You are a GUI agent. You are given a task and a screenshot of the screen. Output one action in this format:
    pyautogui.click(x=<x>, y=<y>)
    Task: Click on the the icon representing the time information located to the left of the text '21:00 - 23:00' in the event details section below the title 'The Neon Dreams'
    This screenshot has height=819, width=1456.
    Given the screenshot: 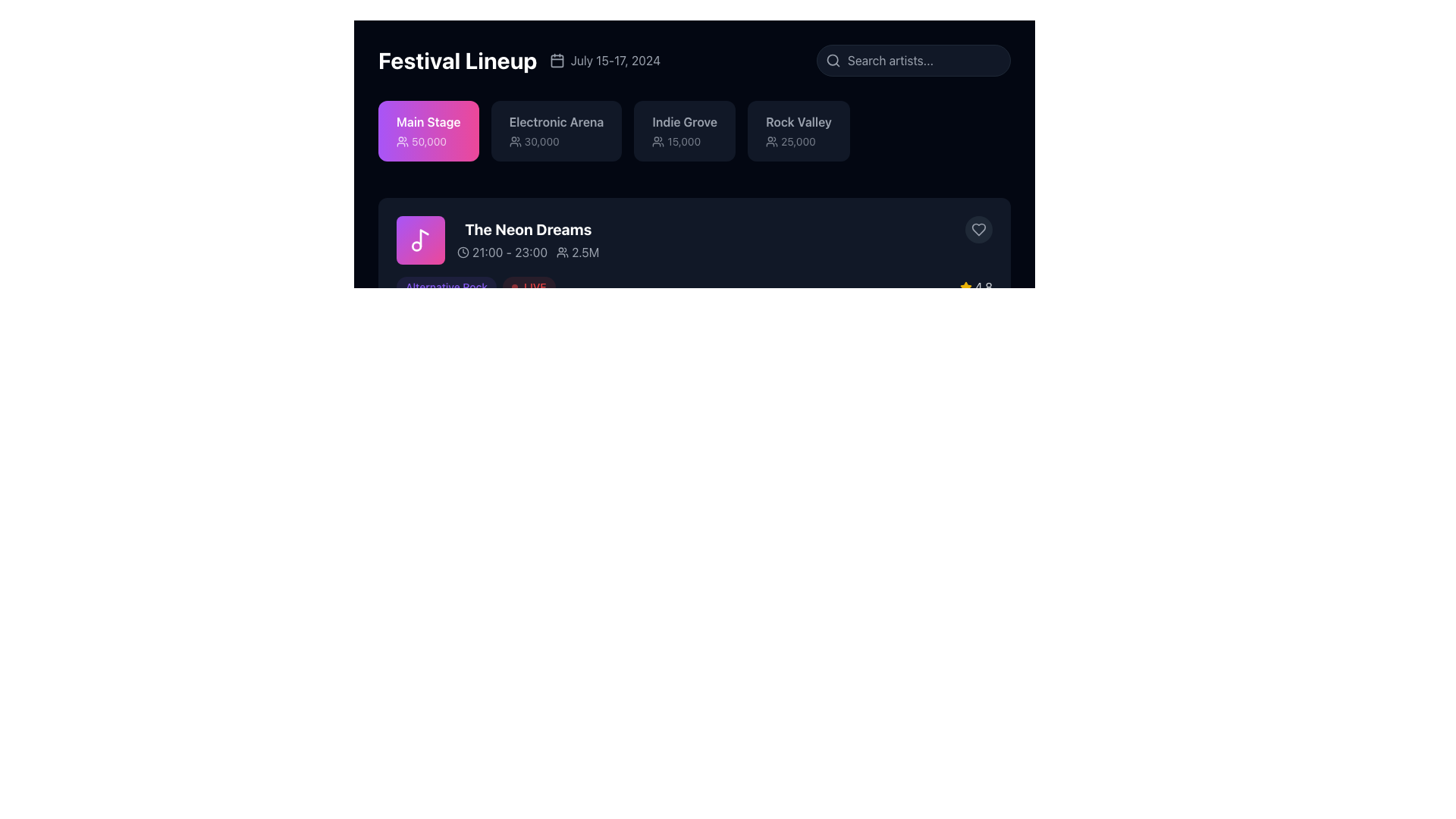 What is the action you would take?
    pyautogui.click(x=462, y=251)
    